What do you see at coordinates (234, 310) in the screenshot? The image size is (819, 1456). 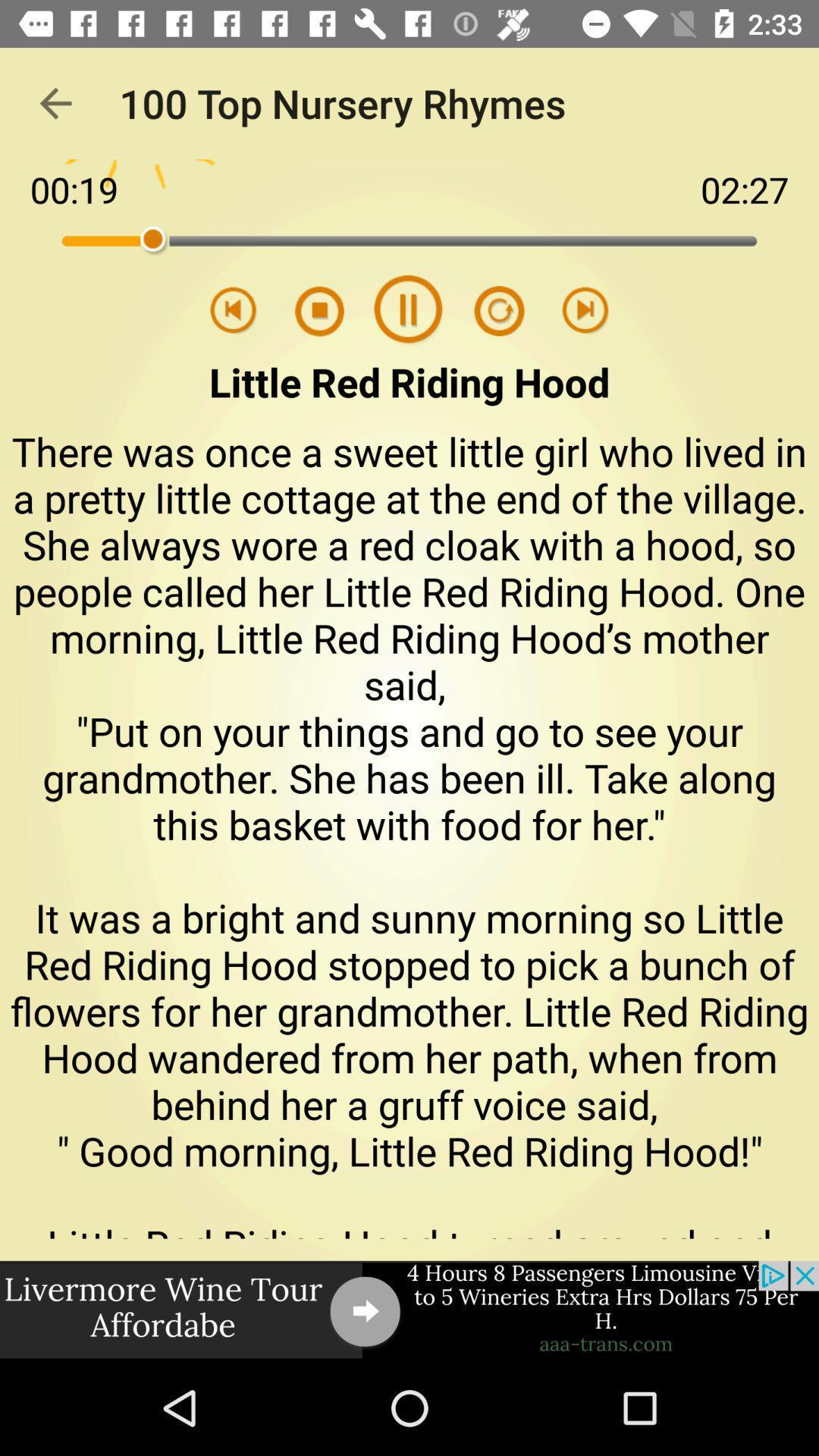 I see `the skip_previous icon` at bounding box center [234, 310].